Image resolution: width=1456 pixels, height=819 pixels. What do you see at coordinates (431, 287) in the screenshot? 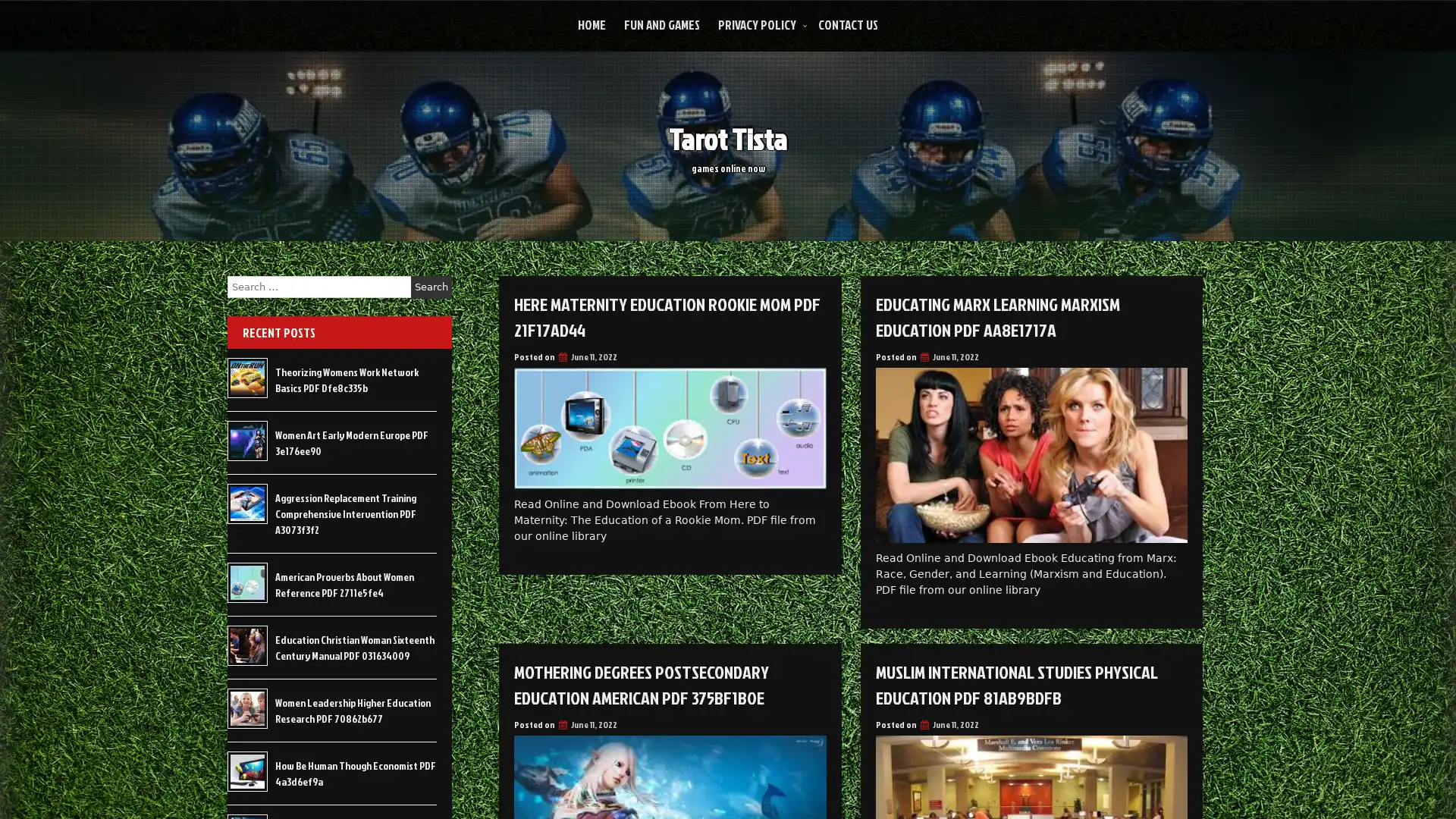
I see `Search` at bounding box center [431, 287].